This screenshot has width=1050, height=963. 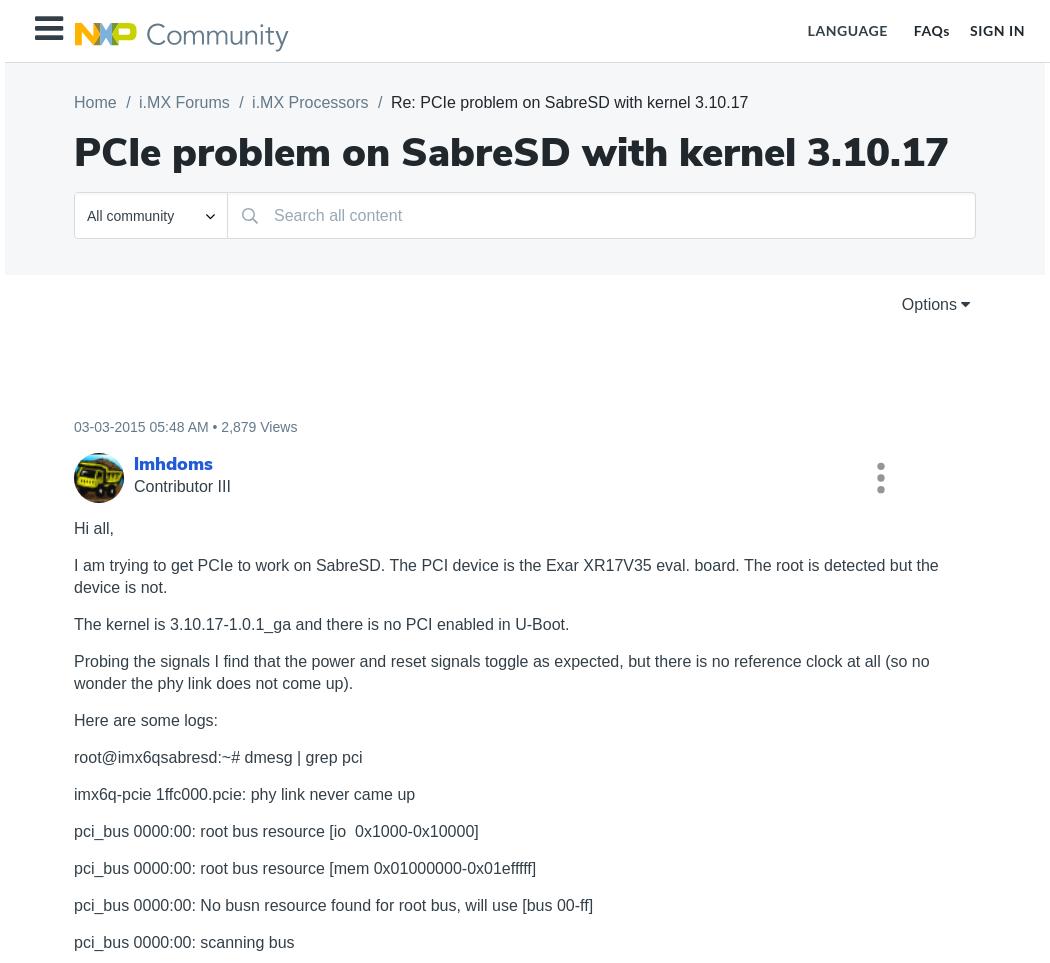 I want to click on '2,879 Views', so click(x=259, y=426).